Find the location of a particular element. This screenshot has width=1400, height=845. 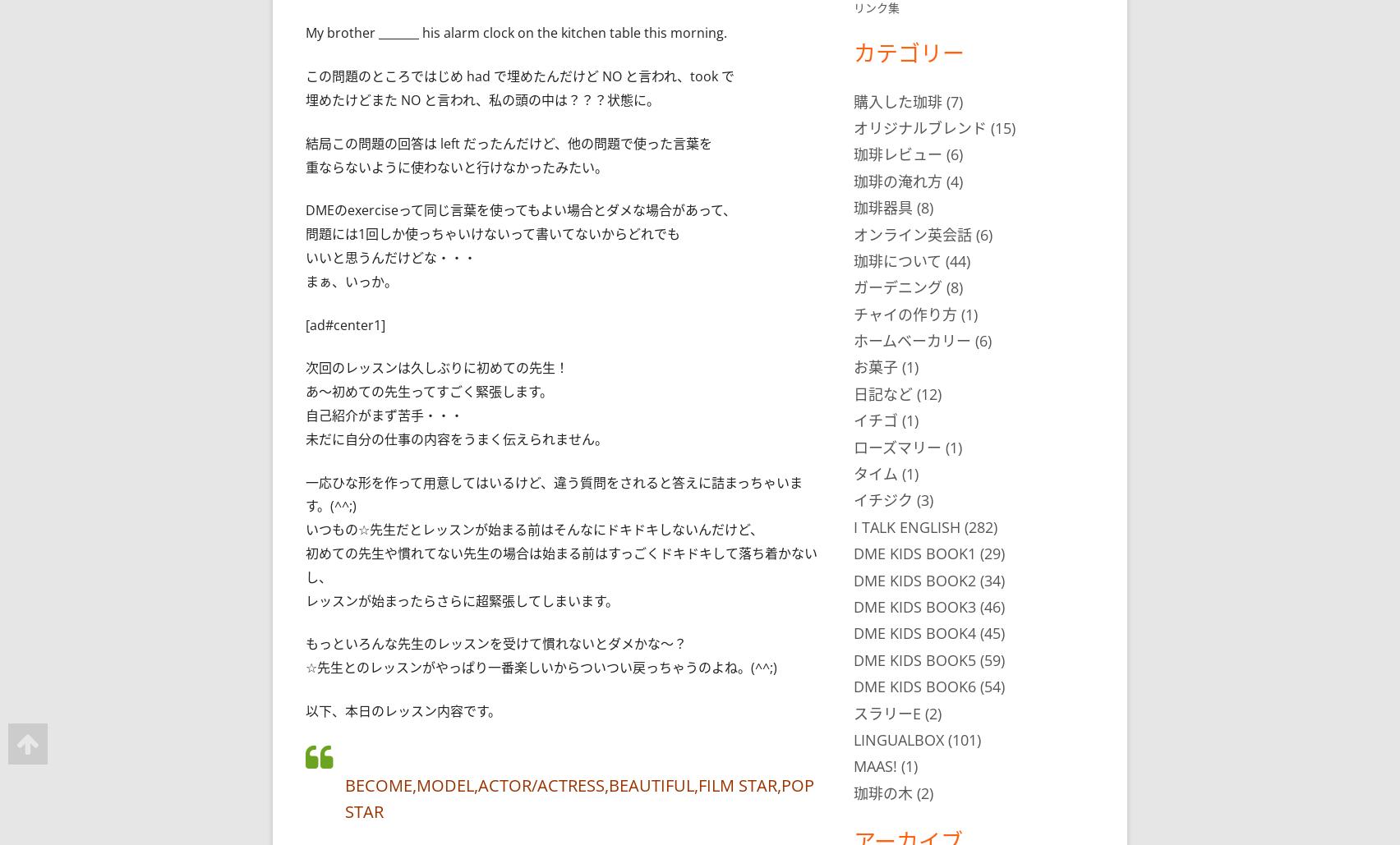

'(46)' is located at coordinates (989, 605).